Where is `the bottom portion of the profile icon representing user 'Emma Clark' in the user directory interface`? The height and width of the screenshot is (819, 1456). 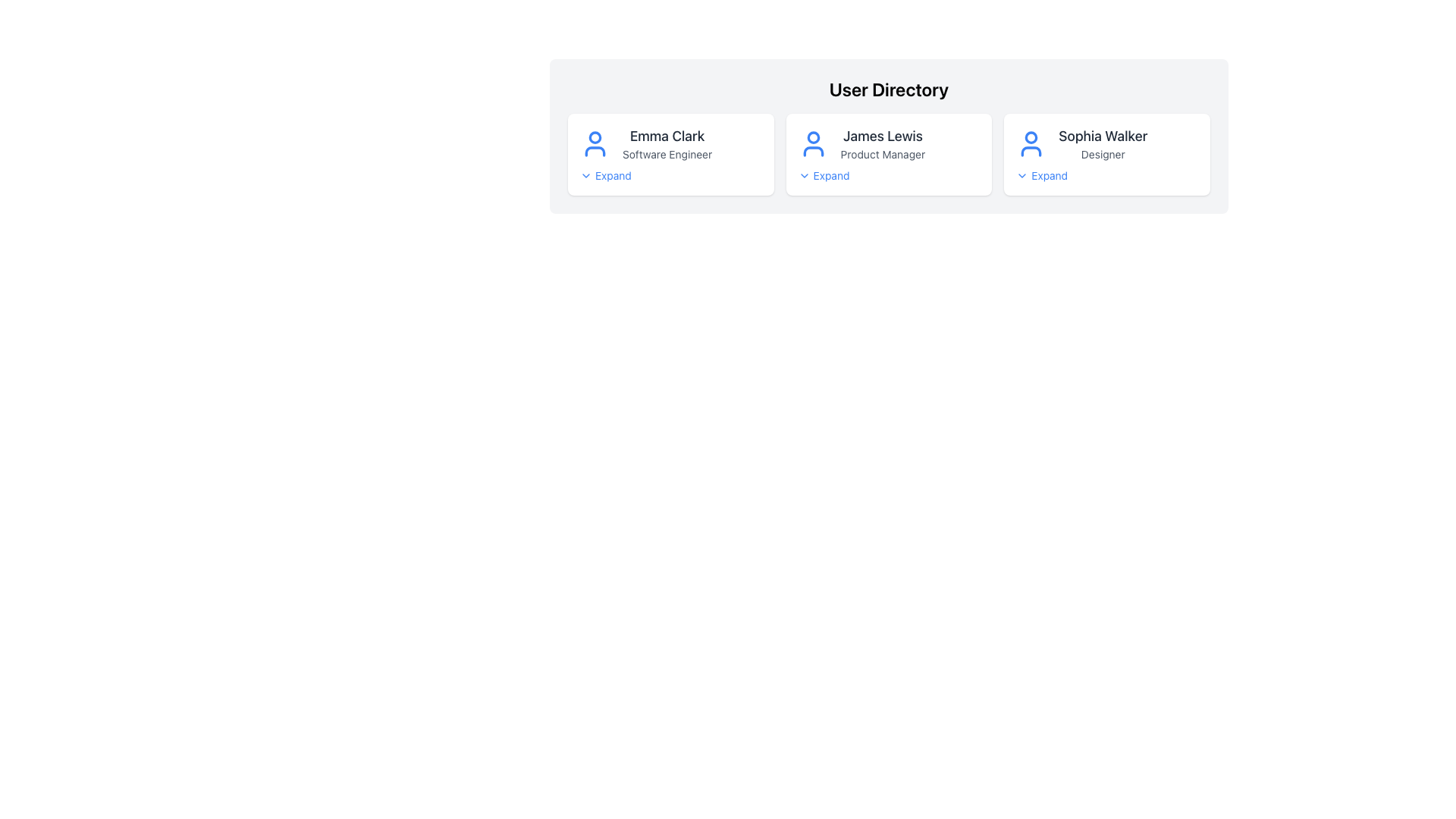
the bottom portion of the profile icon representing user 'Emma Clark' in the user directory interface is located at coordinates (595, 152).